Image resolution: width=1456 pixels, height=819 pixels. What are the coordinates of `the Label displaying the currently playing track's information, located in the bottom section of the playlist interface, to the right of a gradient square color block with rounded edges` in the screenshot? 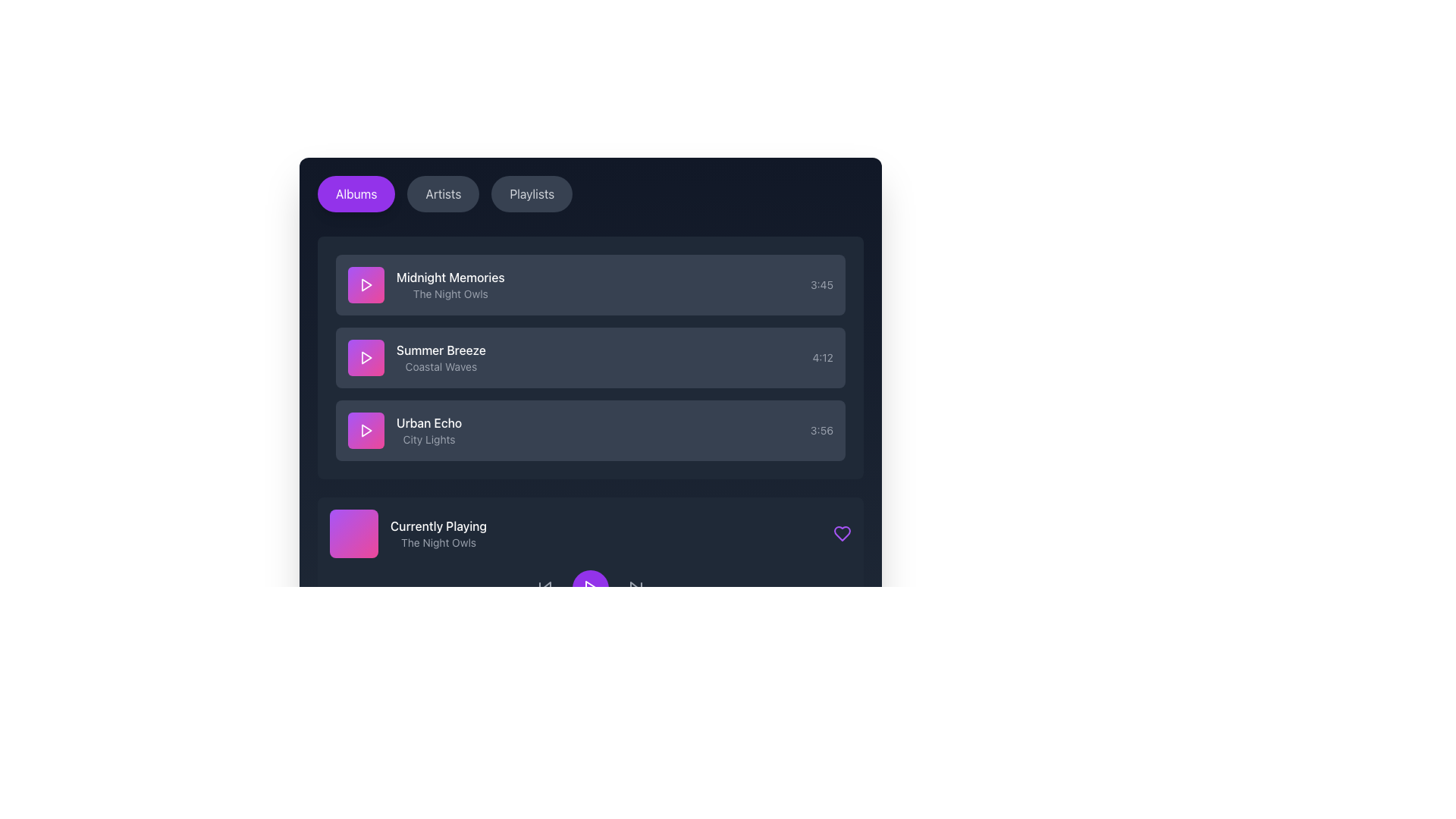 It's located at (438, 533).